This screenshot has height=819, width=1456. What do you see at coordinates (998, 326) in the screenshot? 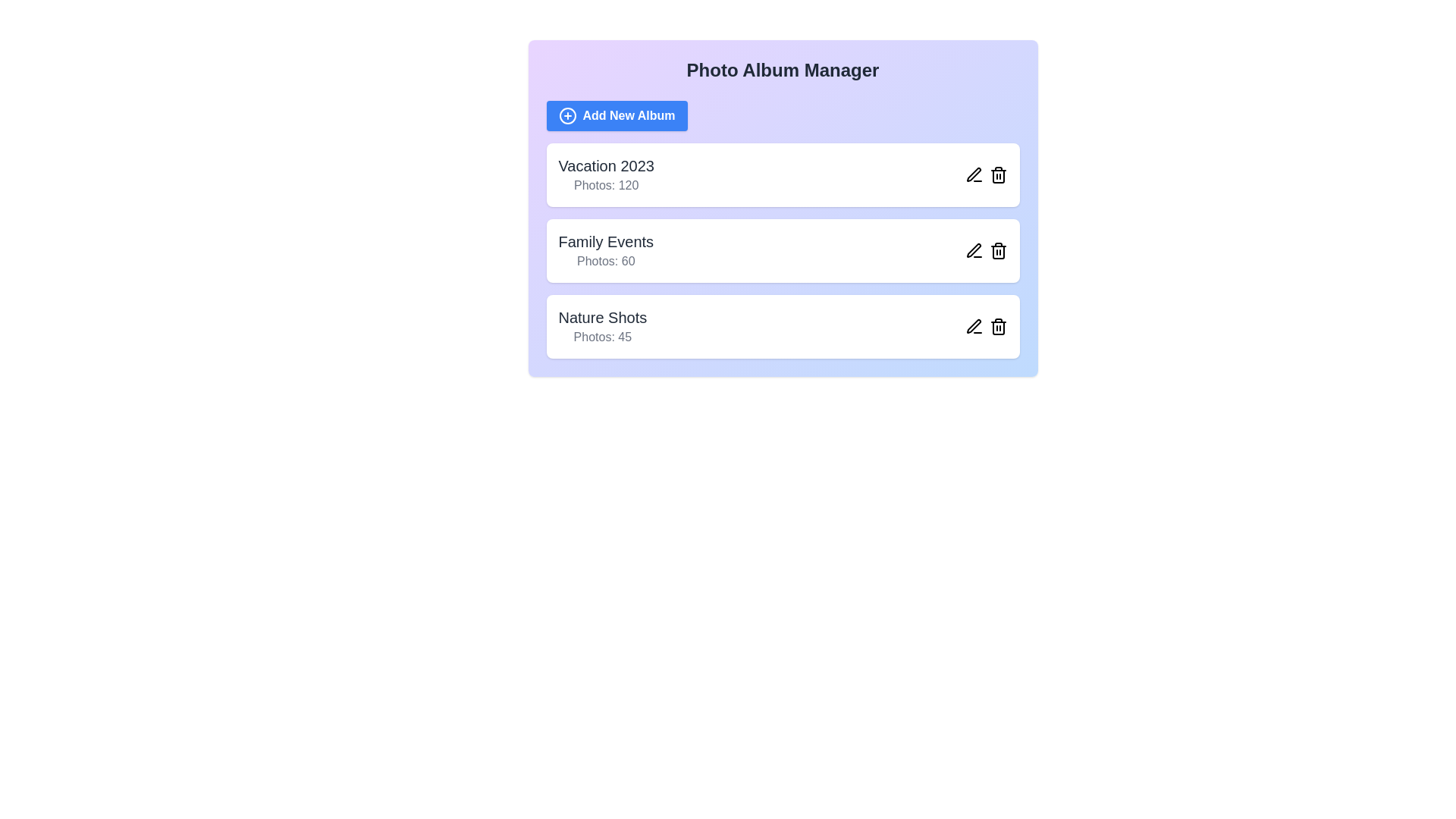
I see `delete button for the album titled Nature Shots` at bounding box center [998, 326].